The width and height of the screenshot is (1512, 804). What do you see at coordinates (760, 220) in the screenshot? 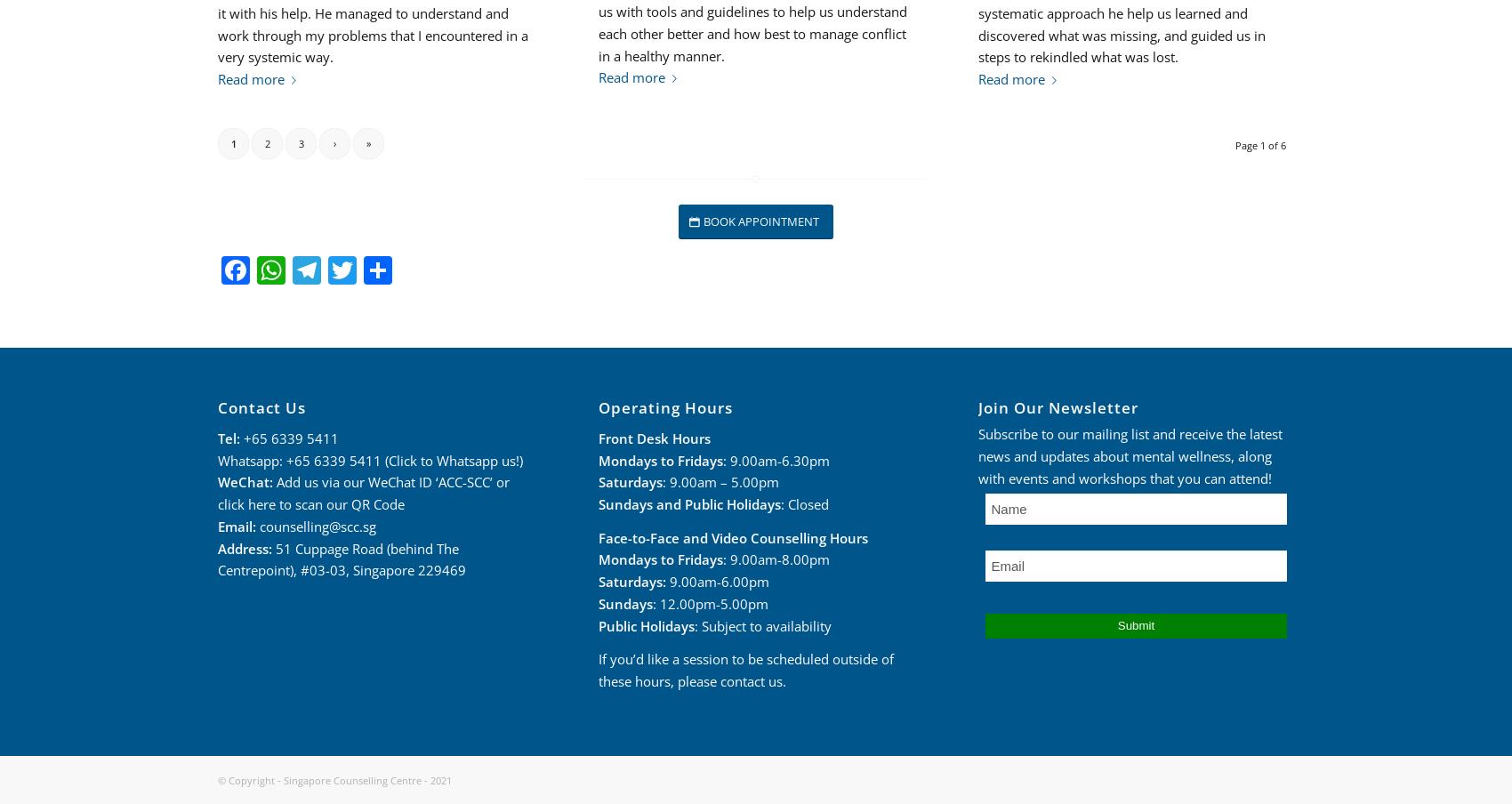
I see `'BOOK APPOINTMENT'` at bounding box center [760, 220].